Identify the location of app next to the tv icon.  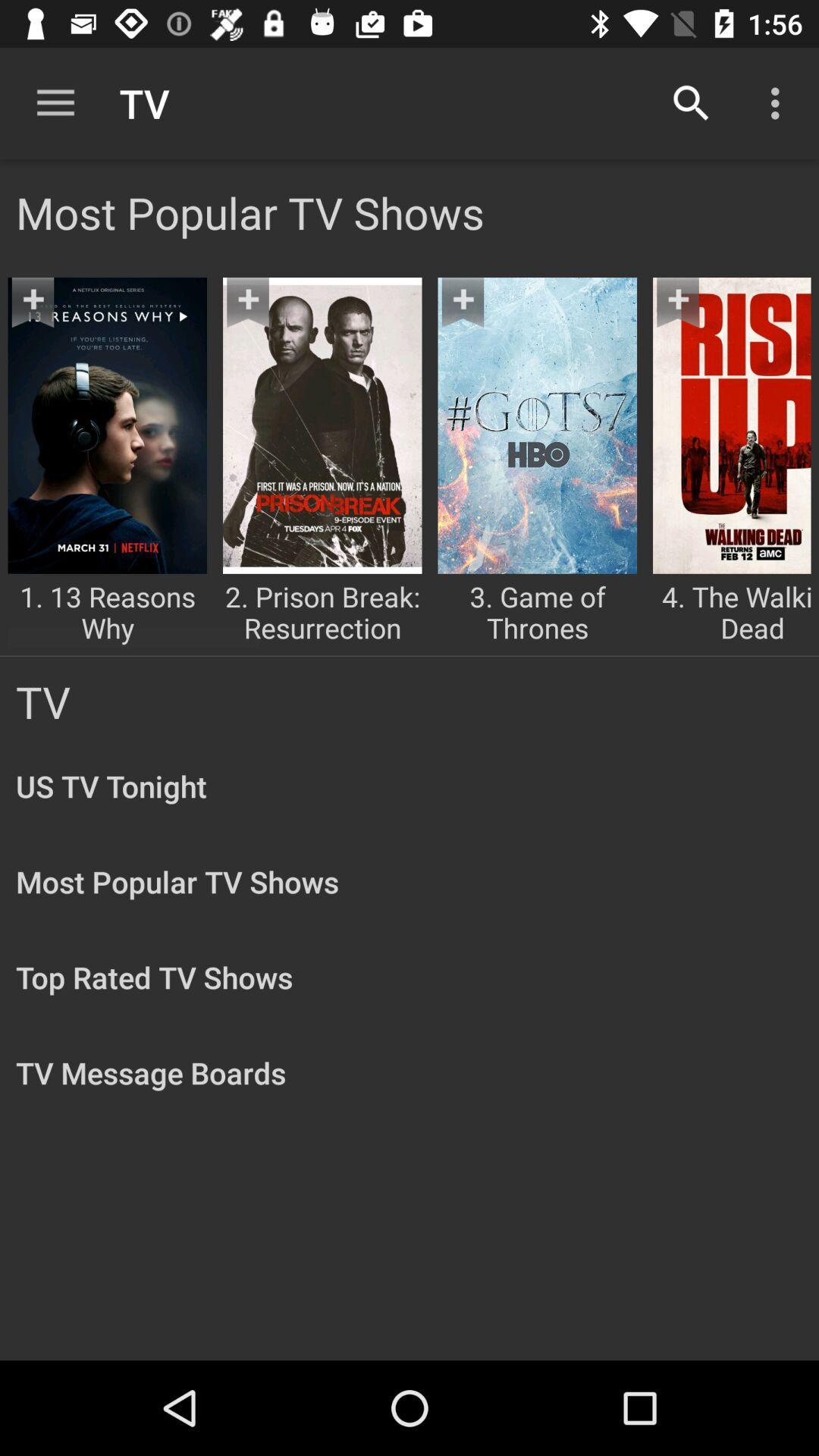
(55, 102).